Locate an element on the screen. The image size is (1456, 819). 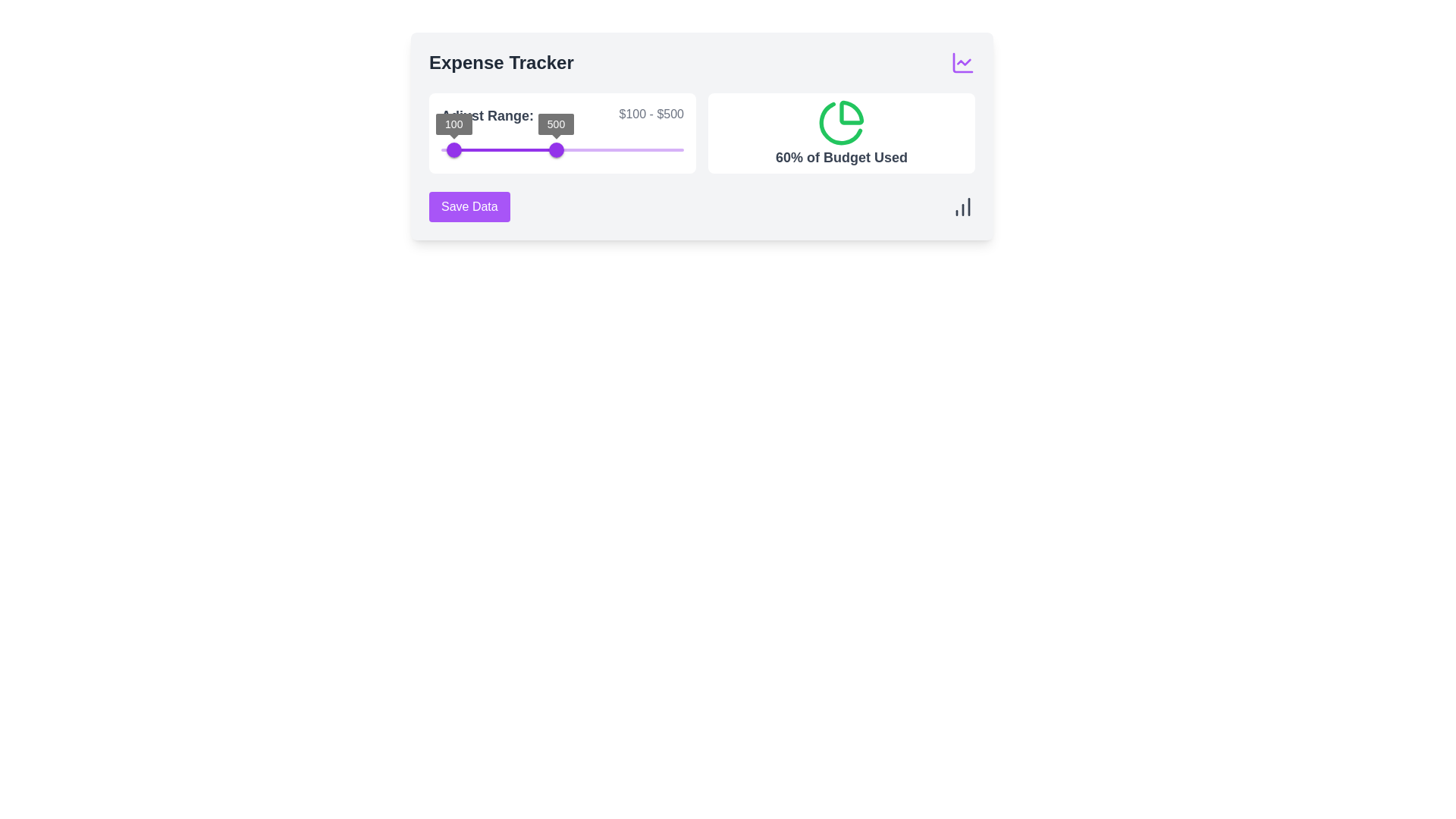
the slider is located at coordinates (739, 149).